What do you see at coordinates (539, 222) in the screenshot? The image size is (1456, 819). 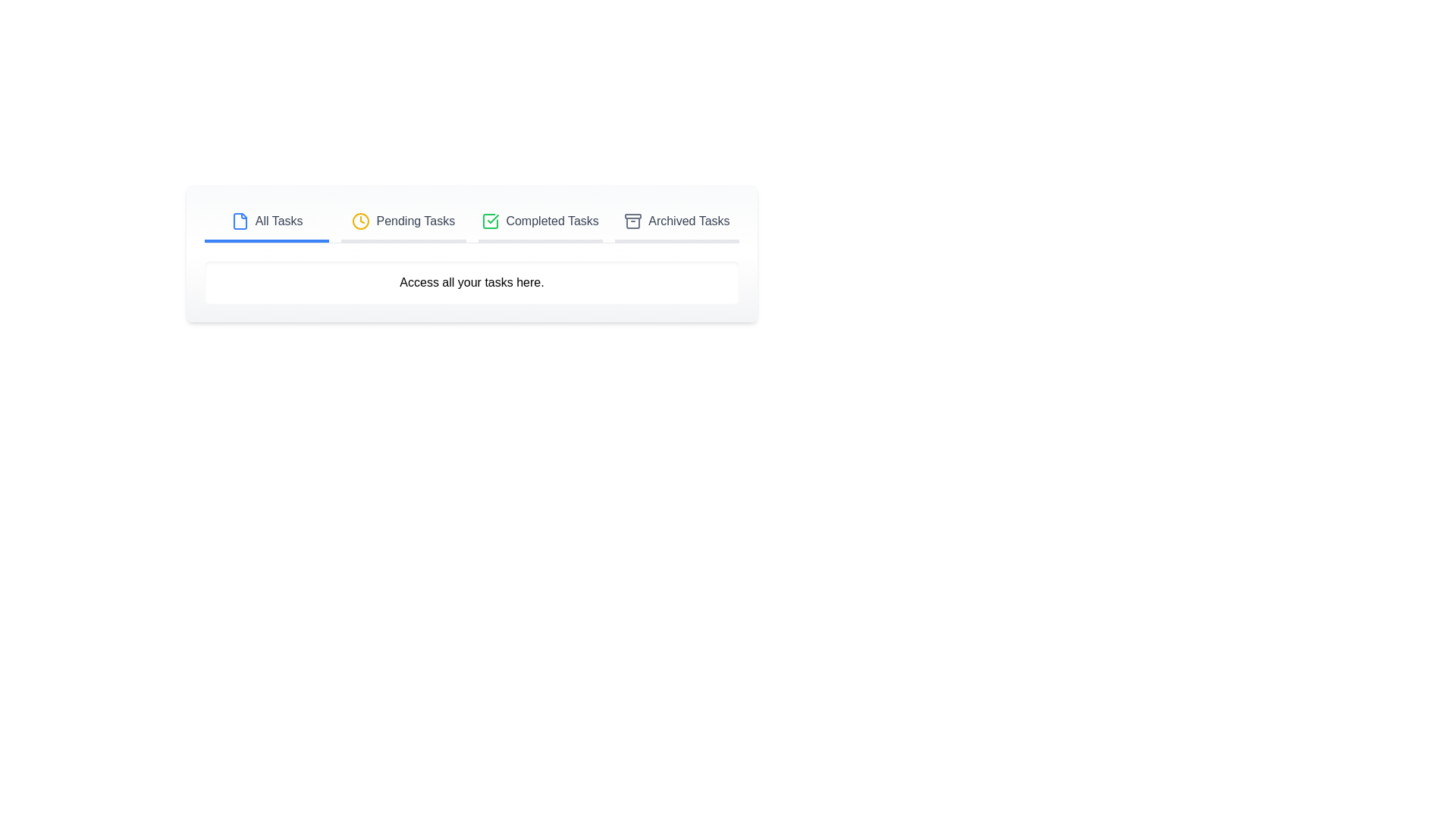 I see `the tab corresponding to Completed Tasks` at bounding box center [539, 222].